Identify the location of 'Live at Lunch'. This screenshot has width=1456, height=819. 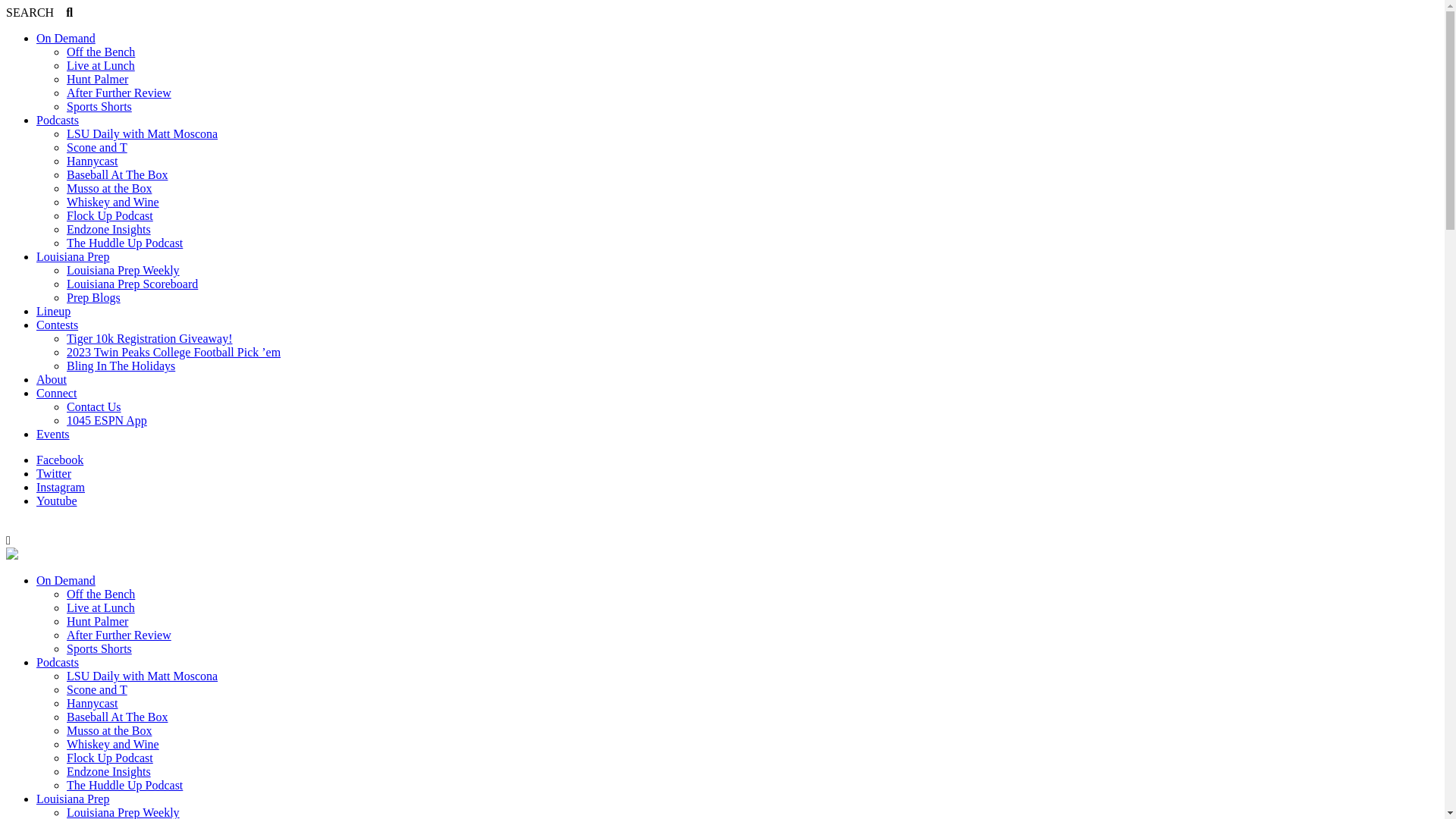
(100, 64).